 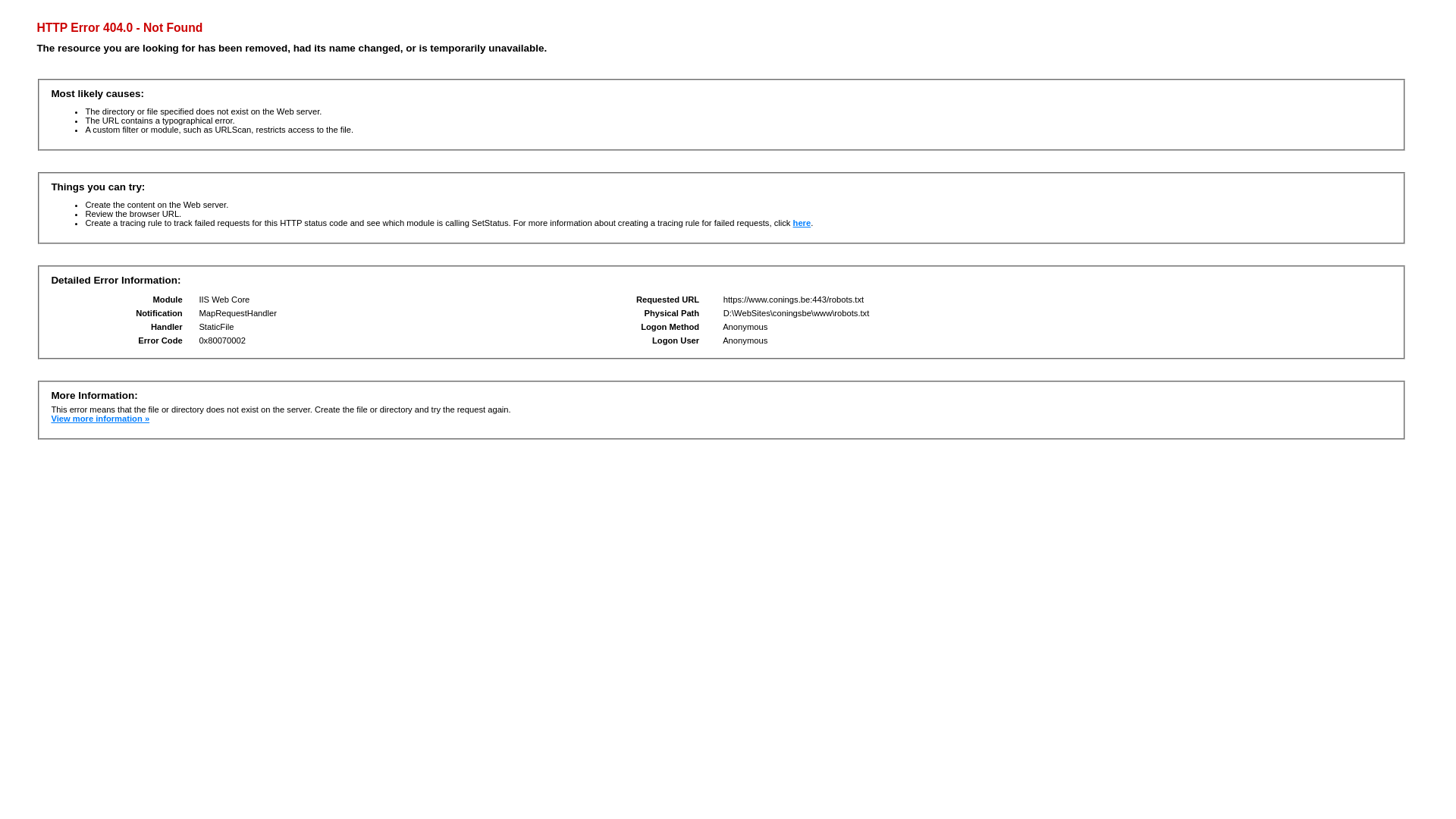 I want to click on 'here', so click(x=792, y=222).